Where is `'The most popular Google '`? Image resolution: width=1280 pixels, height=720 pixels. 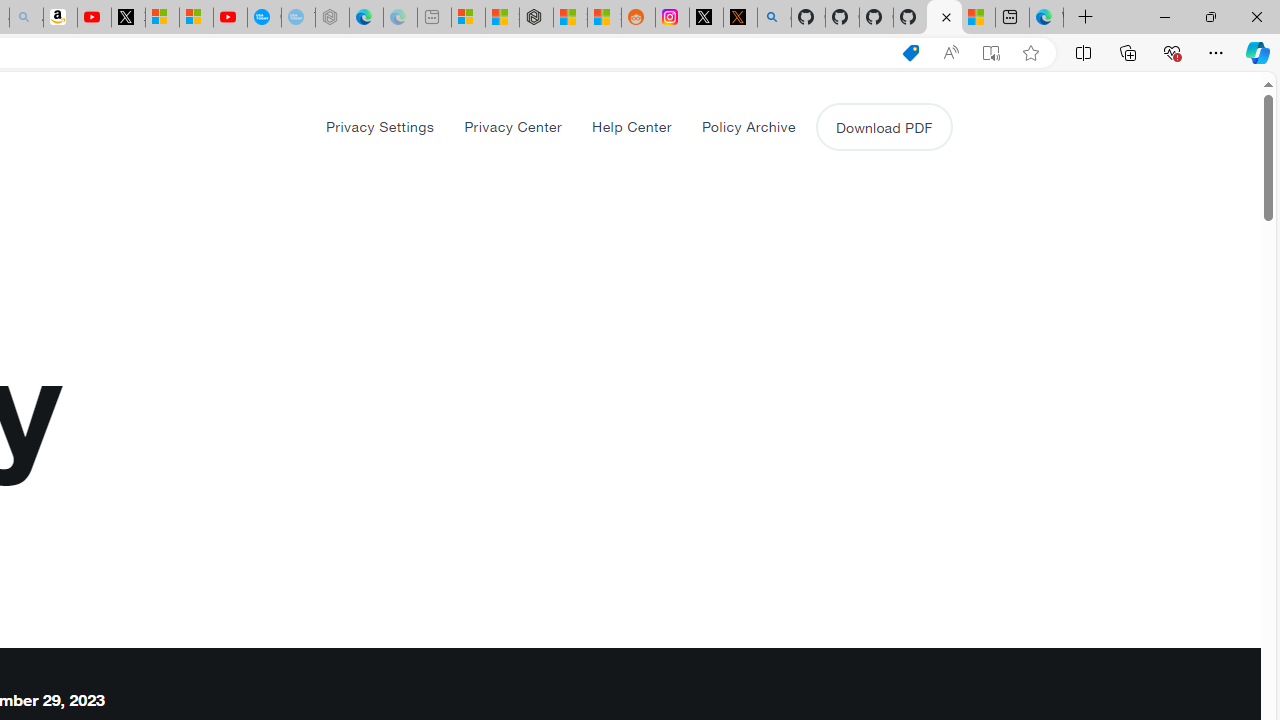
'The most popular Google ' is located at coordinates (297, 17).